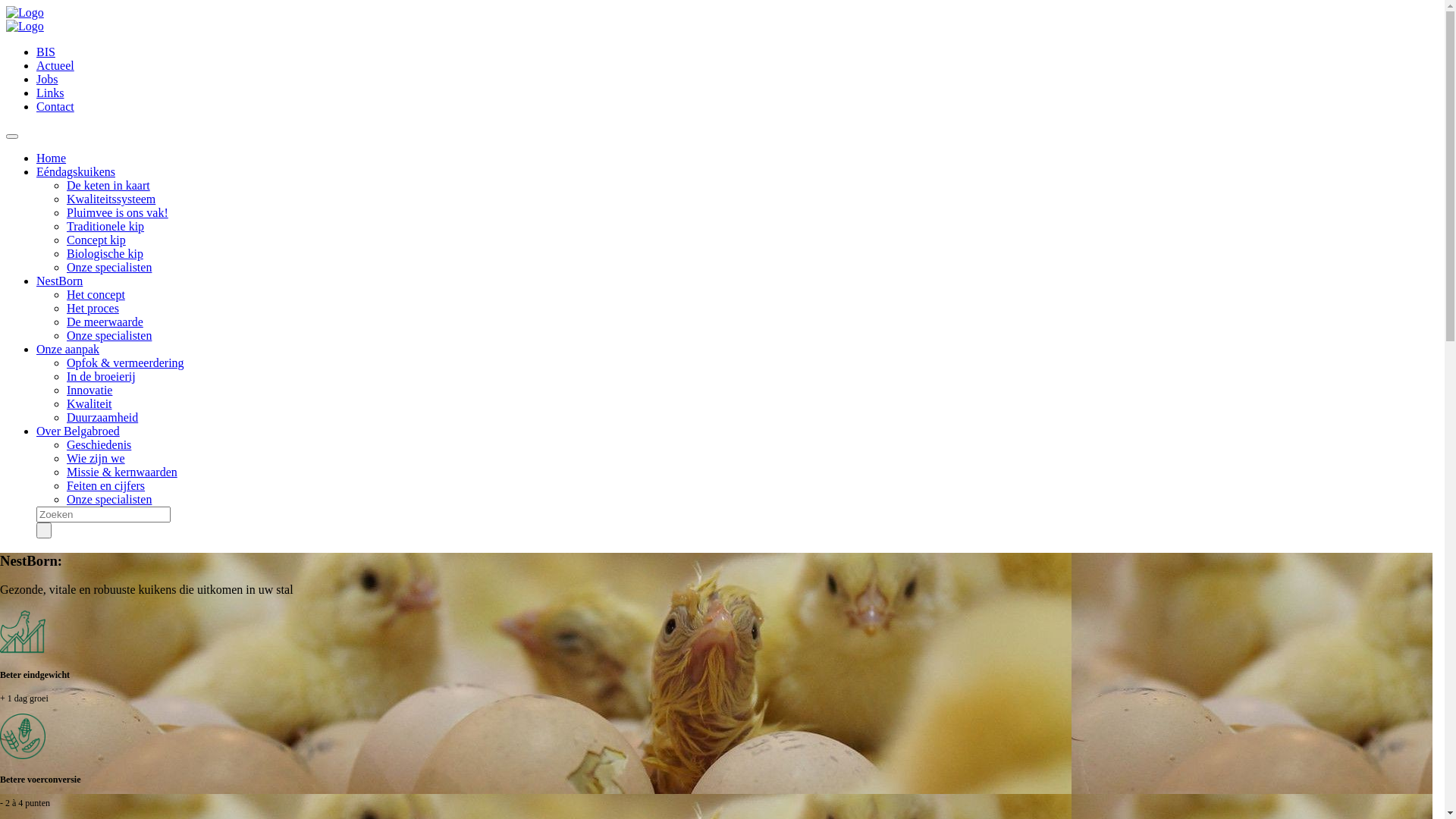 This screenshot has height=819, width=1456. What do you see at coordinates (89, 389) in the screenshot?
I see `'Innovatie'` at bounding box center [89, 389].